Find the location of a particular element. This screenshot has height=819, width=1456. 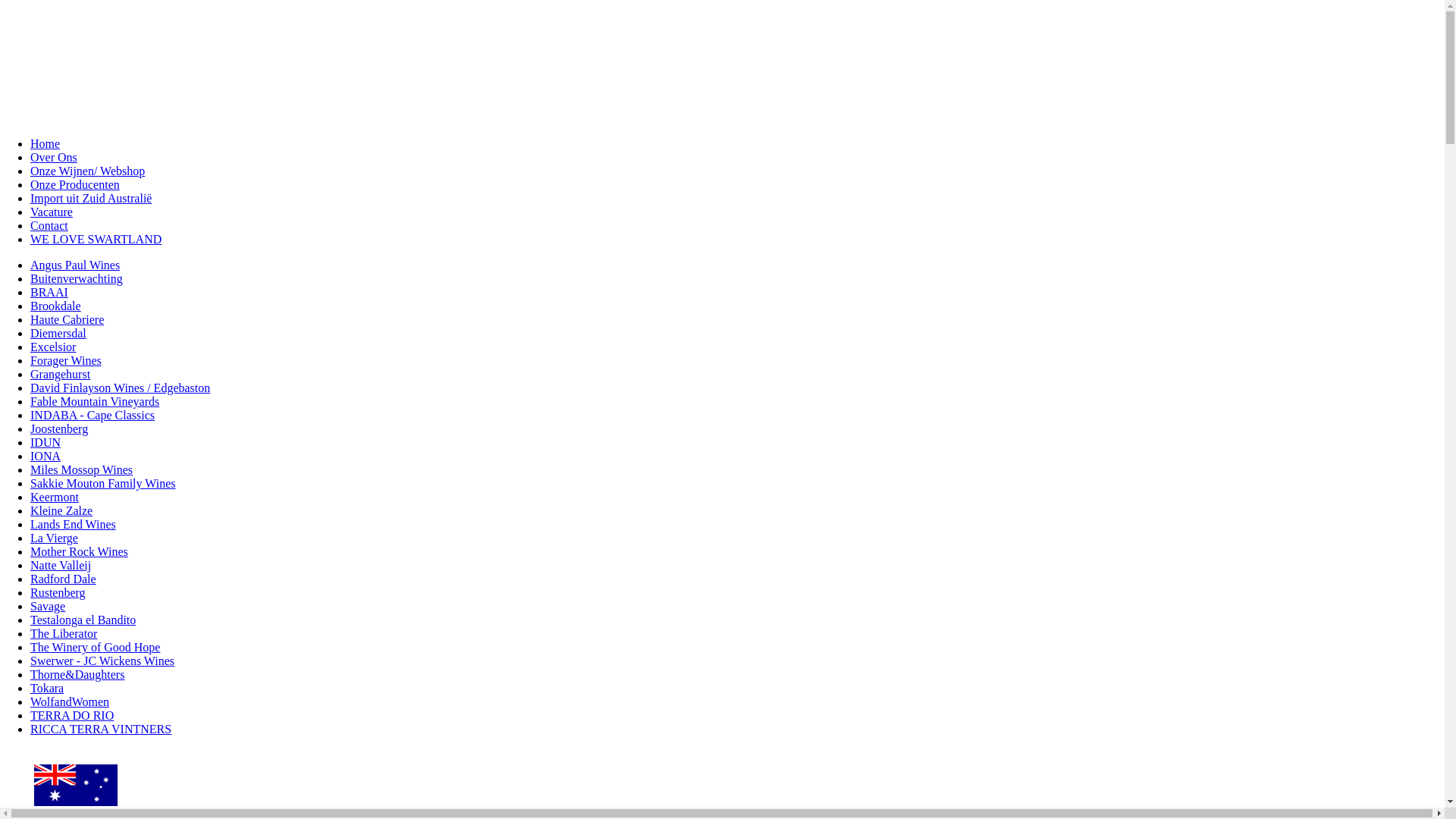

'Haute Cabriere' is located at coordinates (66, 318).